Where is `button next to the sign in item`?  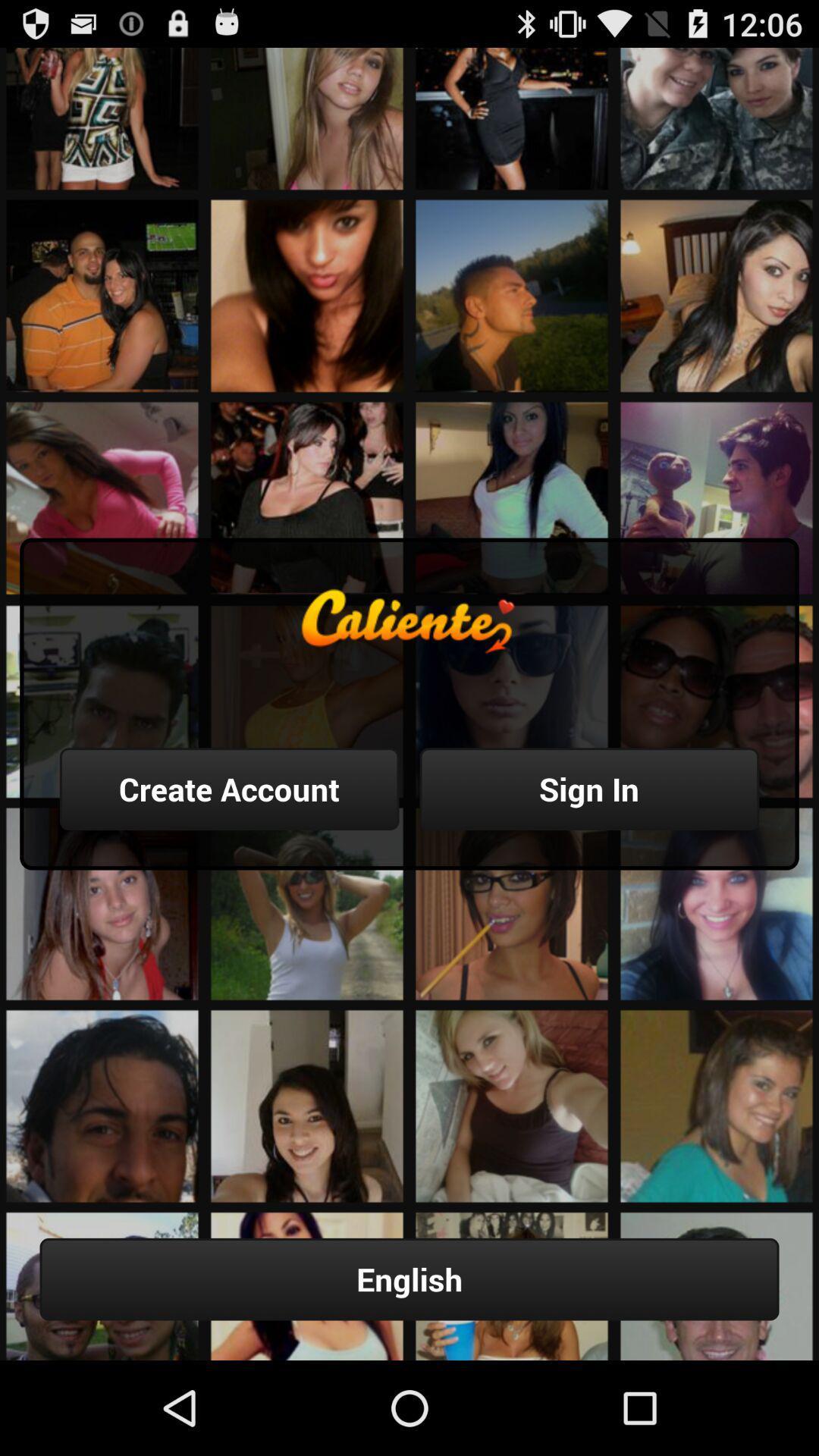
button next to the sign in item is located at coordinates (229, 789).